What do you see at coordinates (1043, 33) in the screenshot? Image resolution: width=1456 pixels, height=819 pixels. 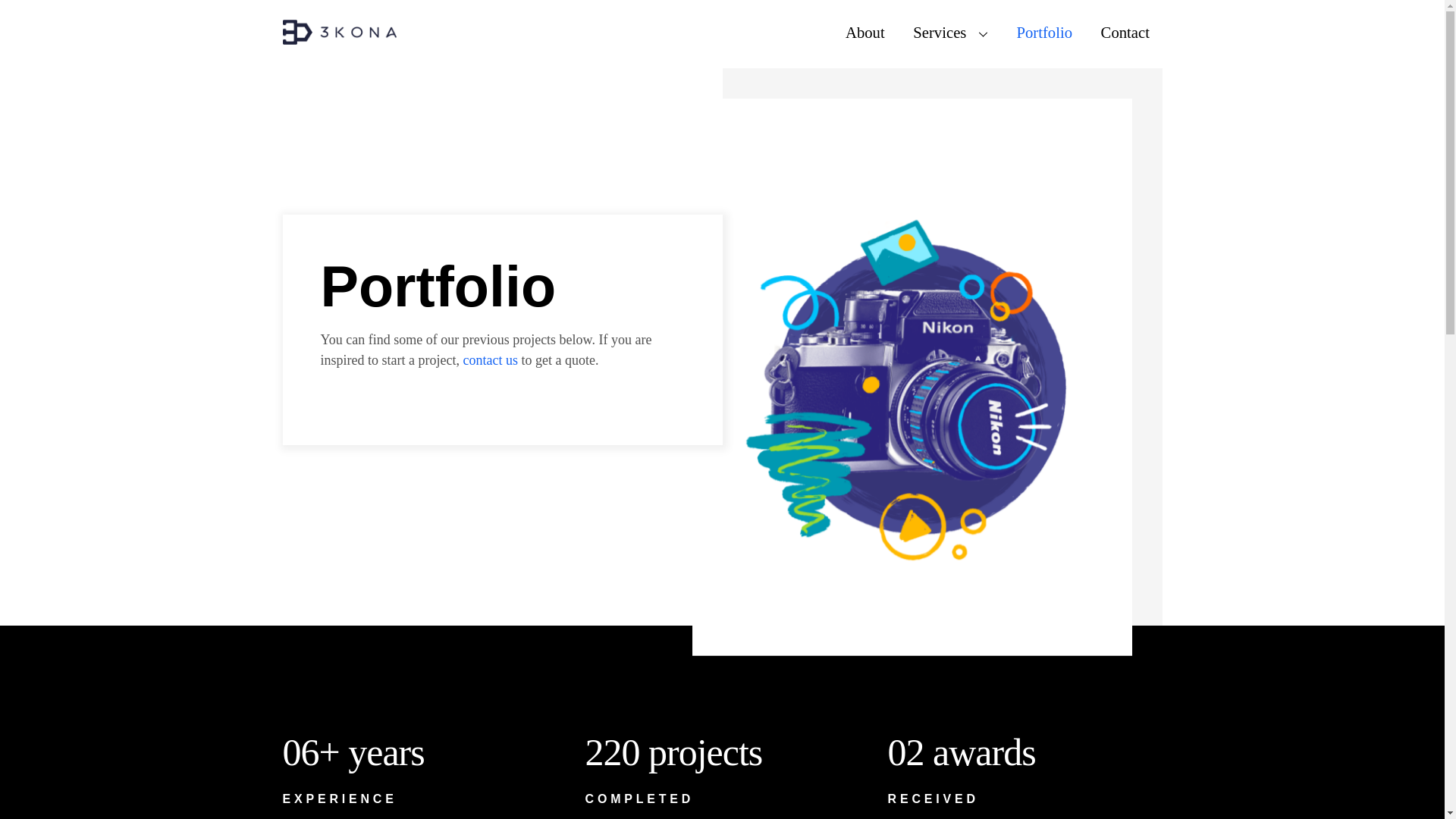 I see `'Portfolio'` at bounding box center [1043, 33].